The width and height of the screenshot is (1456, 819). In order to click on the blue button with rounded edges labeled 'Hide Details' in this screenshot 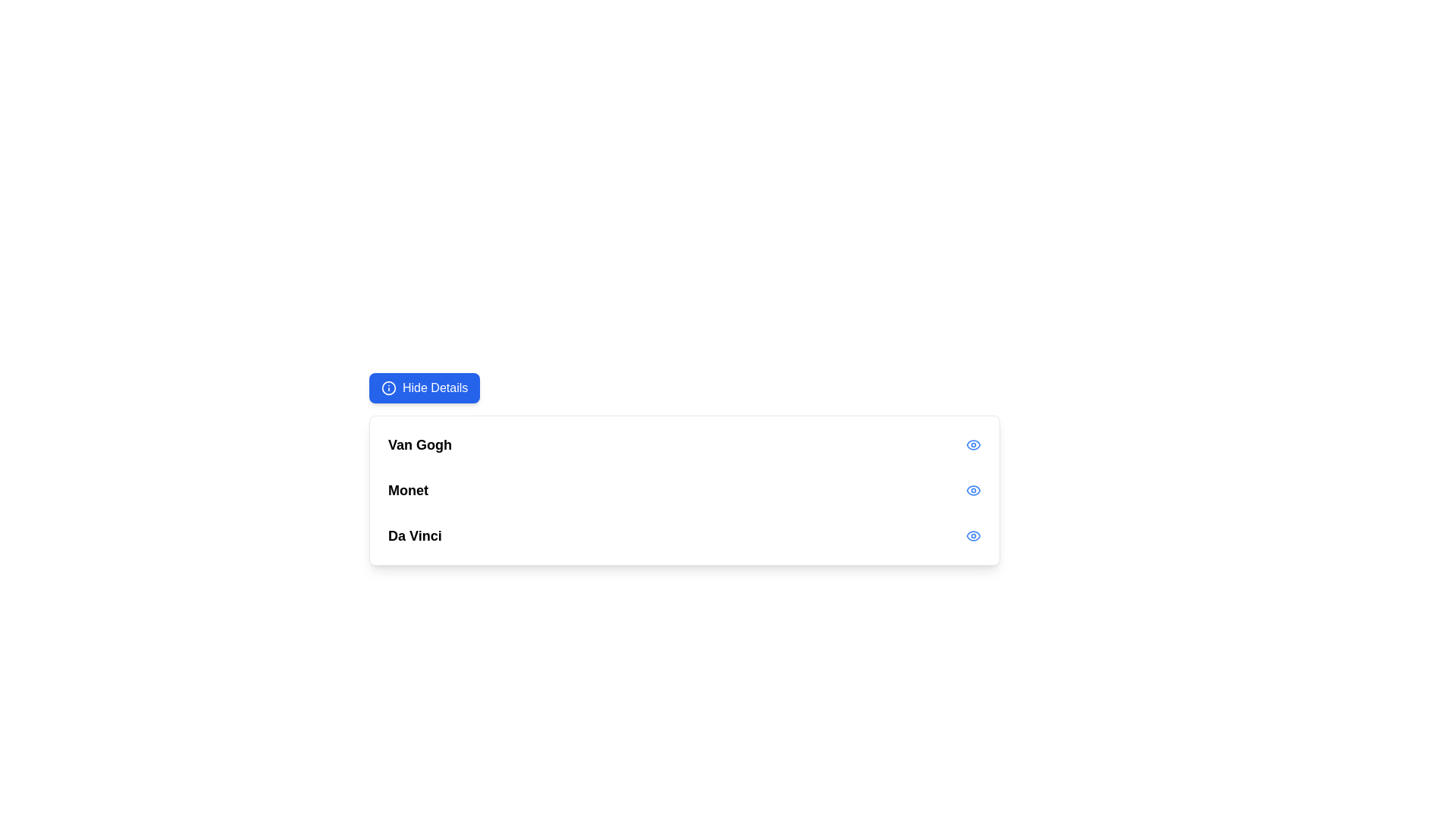, I will do `click(425, 388)`.